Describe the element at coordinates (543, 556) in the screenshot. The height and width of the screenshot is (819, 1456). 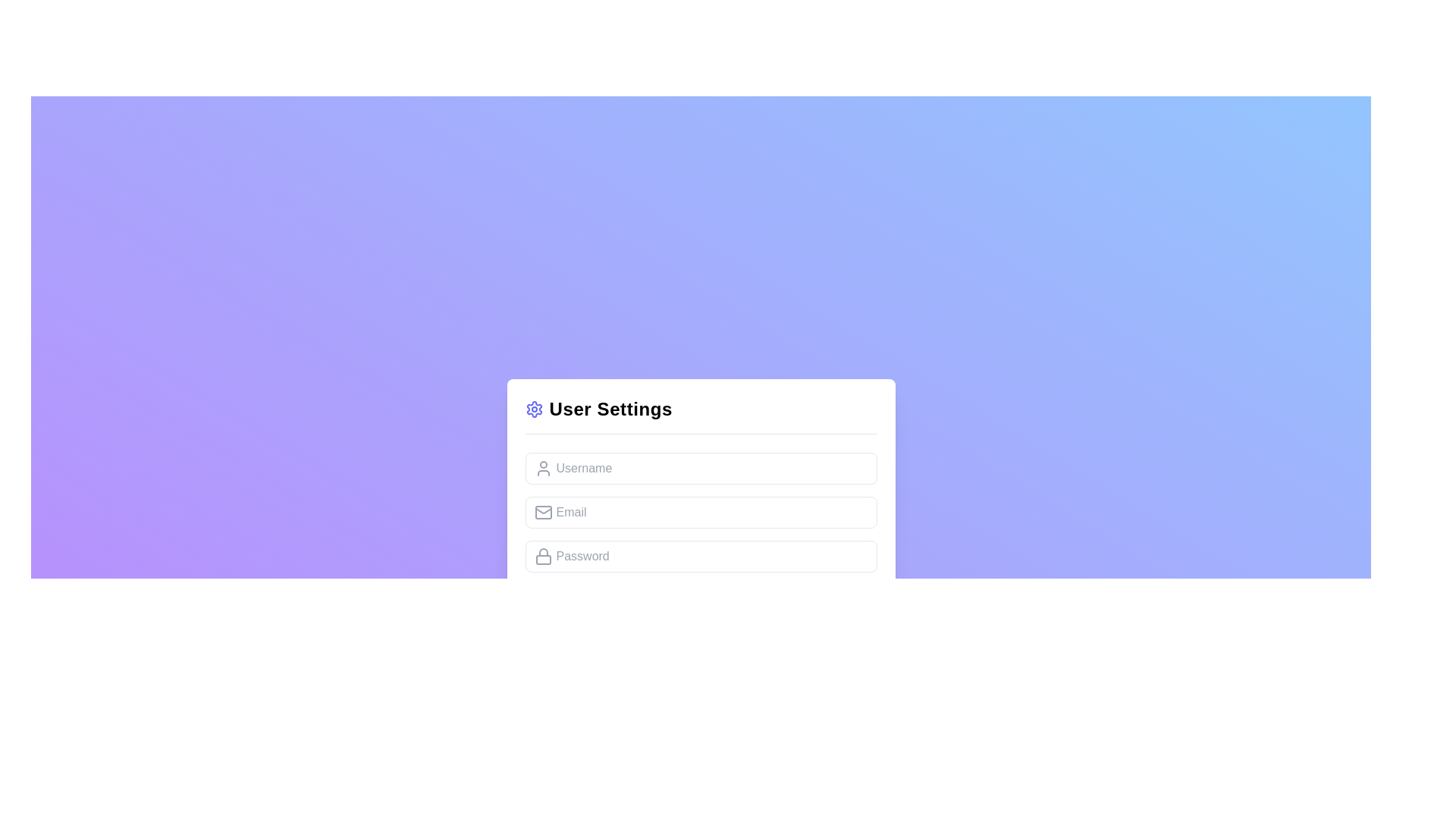
I see `the lock icon located on the far left of the password input field, which indicates that this field is for entering secure information` at that location.